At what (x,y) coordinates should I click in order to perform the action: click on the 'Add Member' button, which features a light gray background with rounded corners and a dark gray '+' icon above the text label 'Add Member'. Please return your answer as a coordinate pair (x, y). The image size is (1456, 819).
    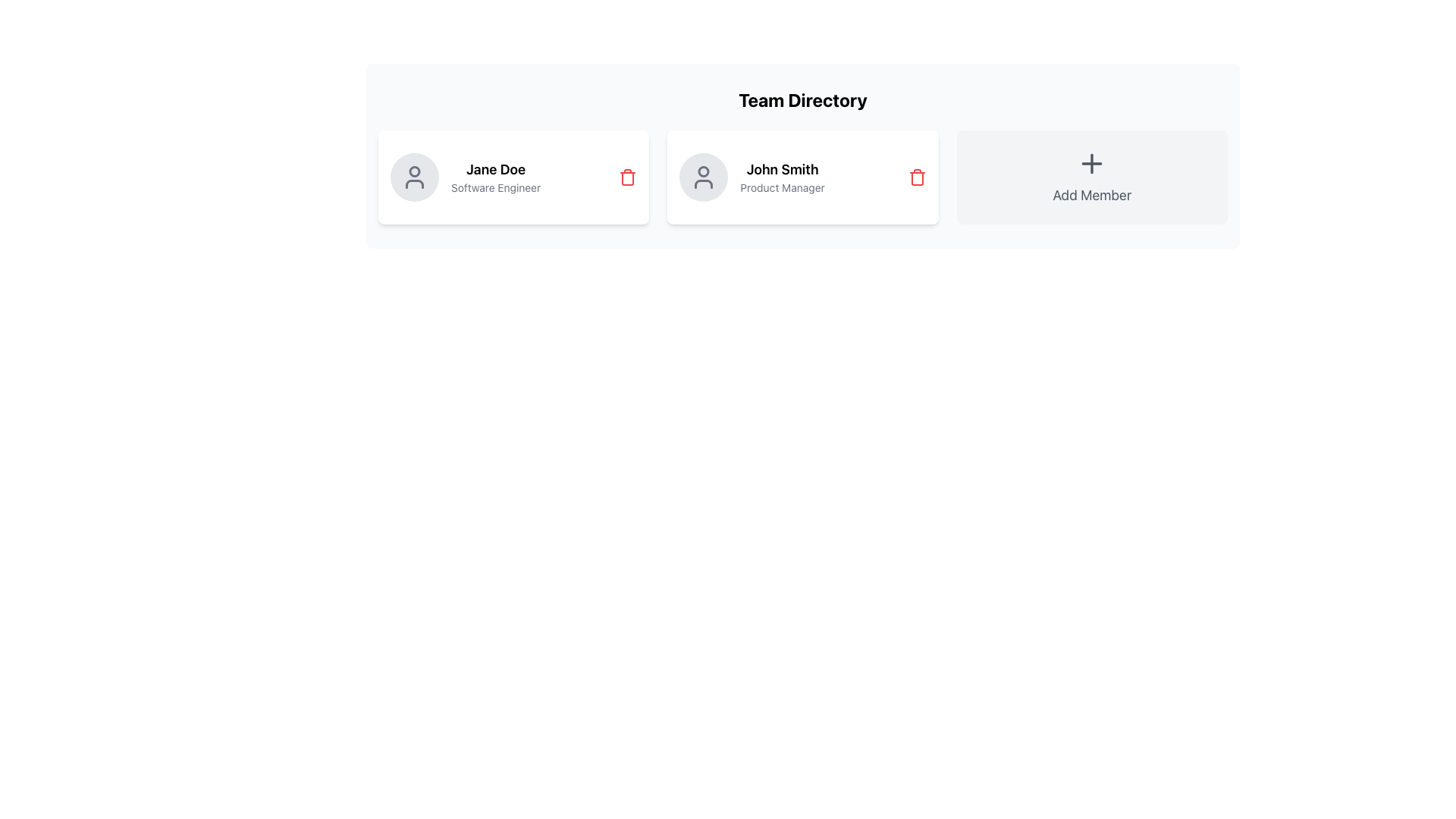
    Looking at the image, I should click on (1092, 177).